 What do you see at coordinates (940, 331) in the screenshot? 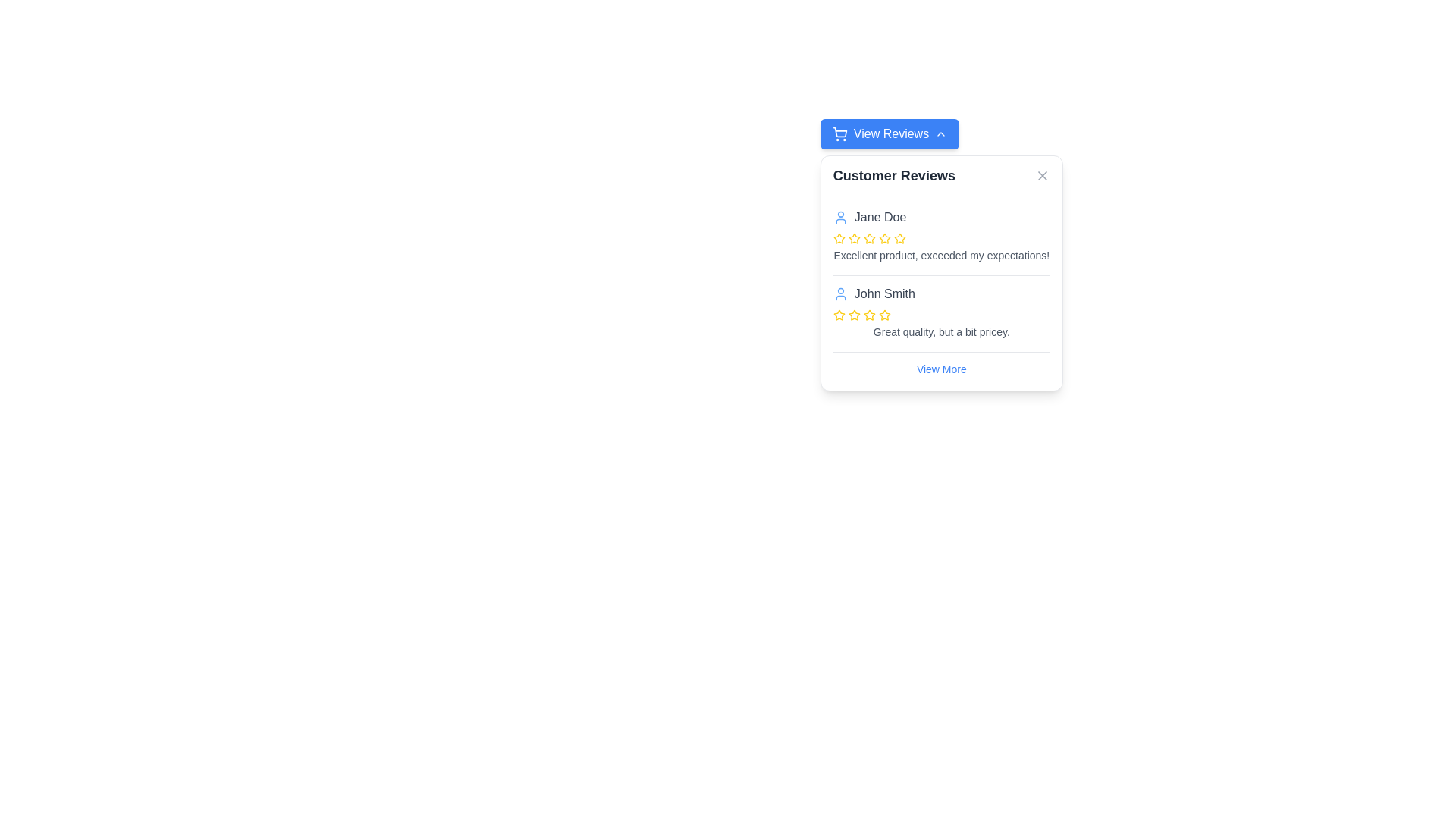
I see `the static text label displaying a user review comment for 'John Smith' in the second review item` at bounding box center [940, 331].